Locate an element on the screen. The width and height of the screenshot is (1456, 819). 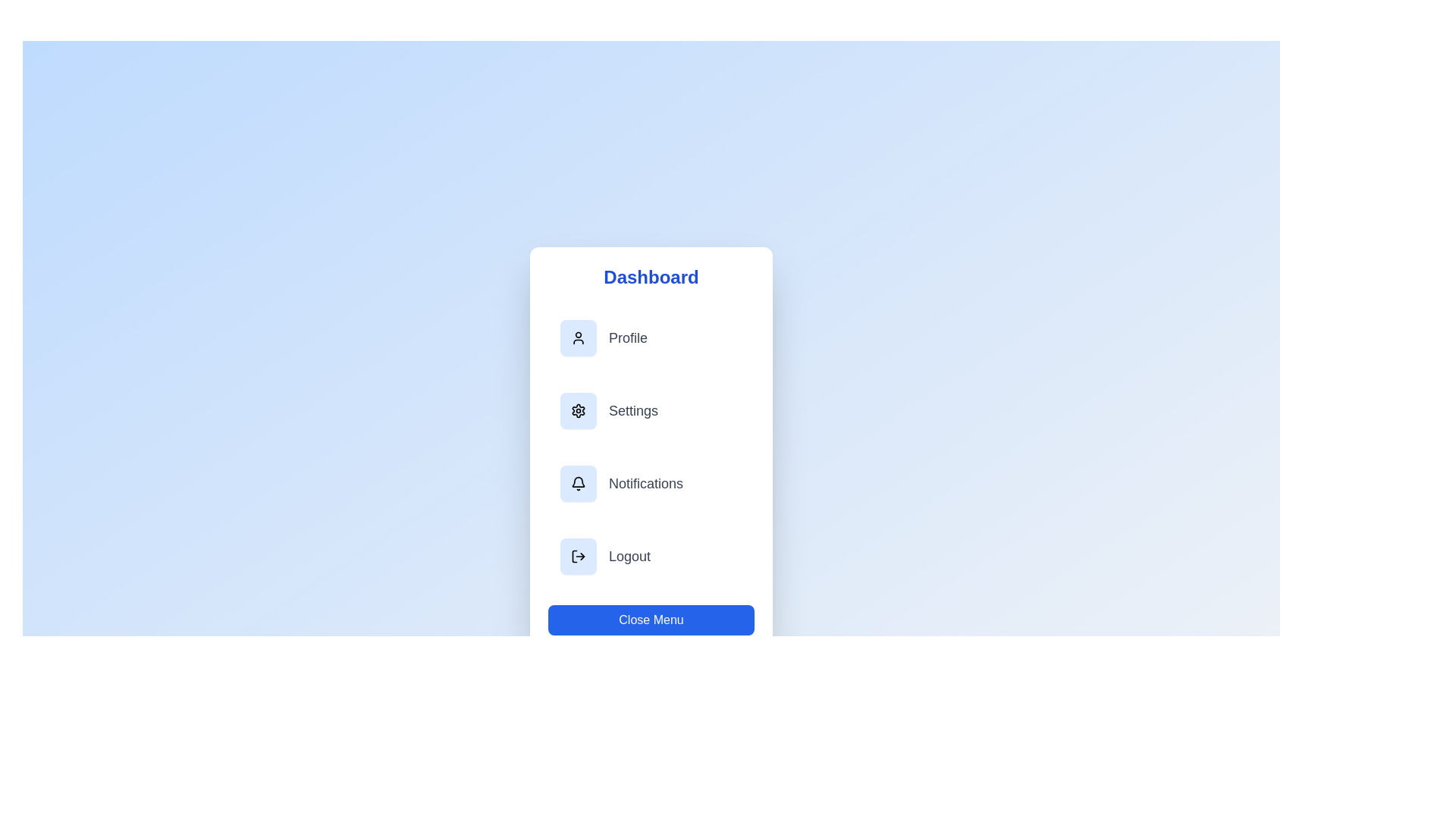
the menu item Notifications to observe visual feedback is located at coordinates (651, 483).